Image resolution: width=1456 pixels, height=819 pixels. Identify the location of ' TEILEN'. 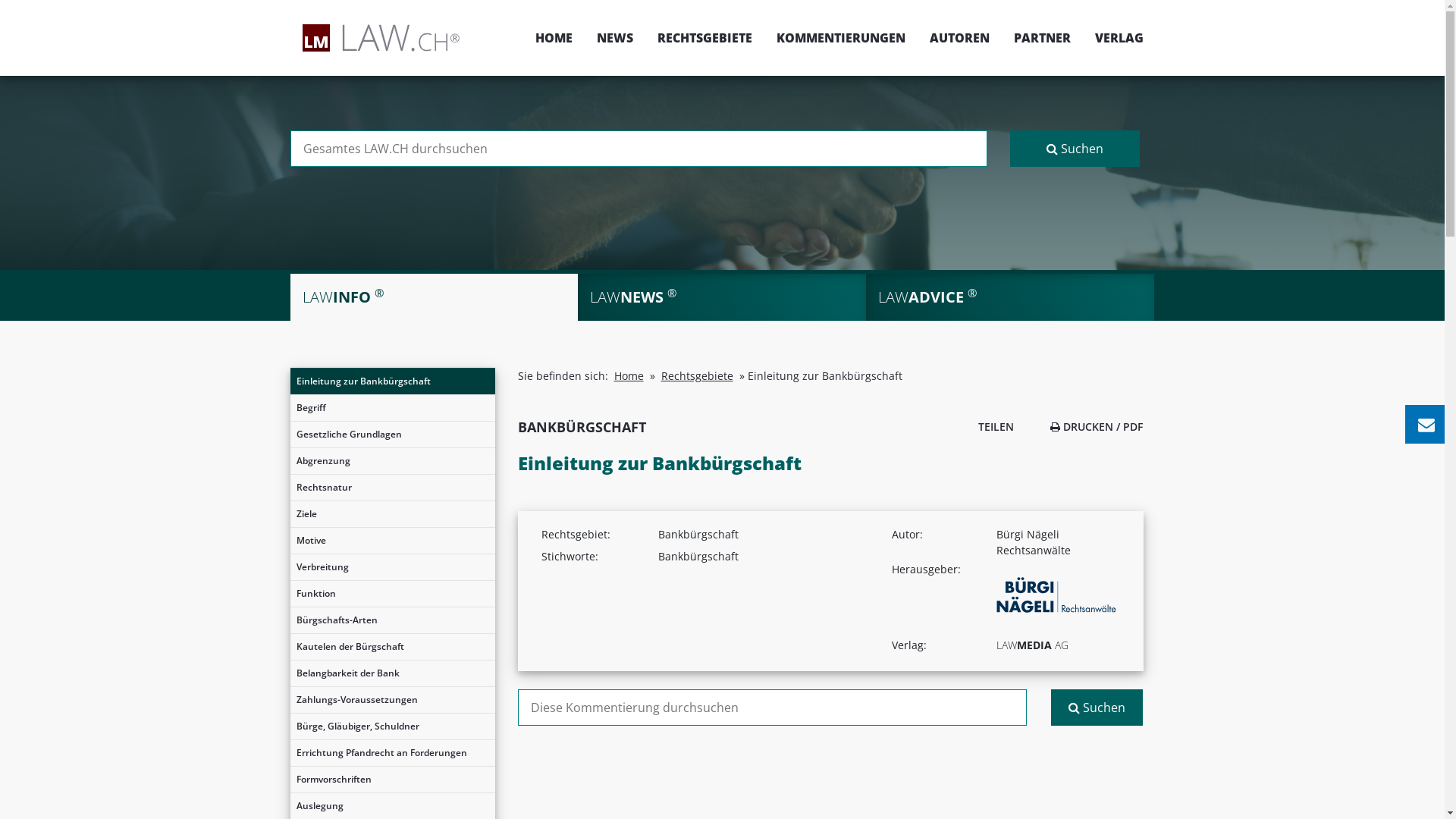
(991, 426).